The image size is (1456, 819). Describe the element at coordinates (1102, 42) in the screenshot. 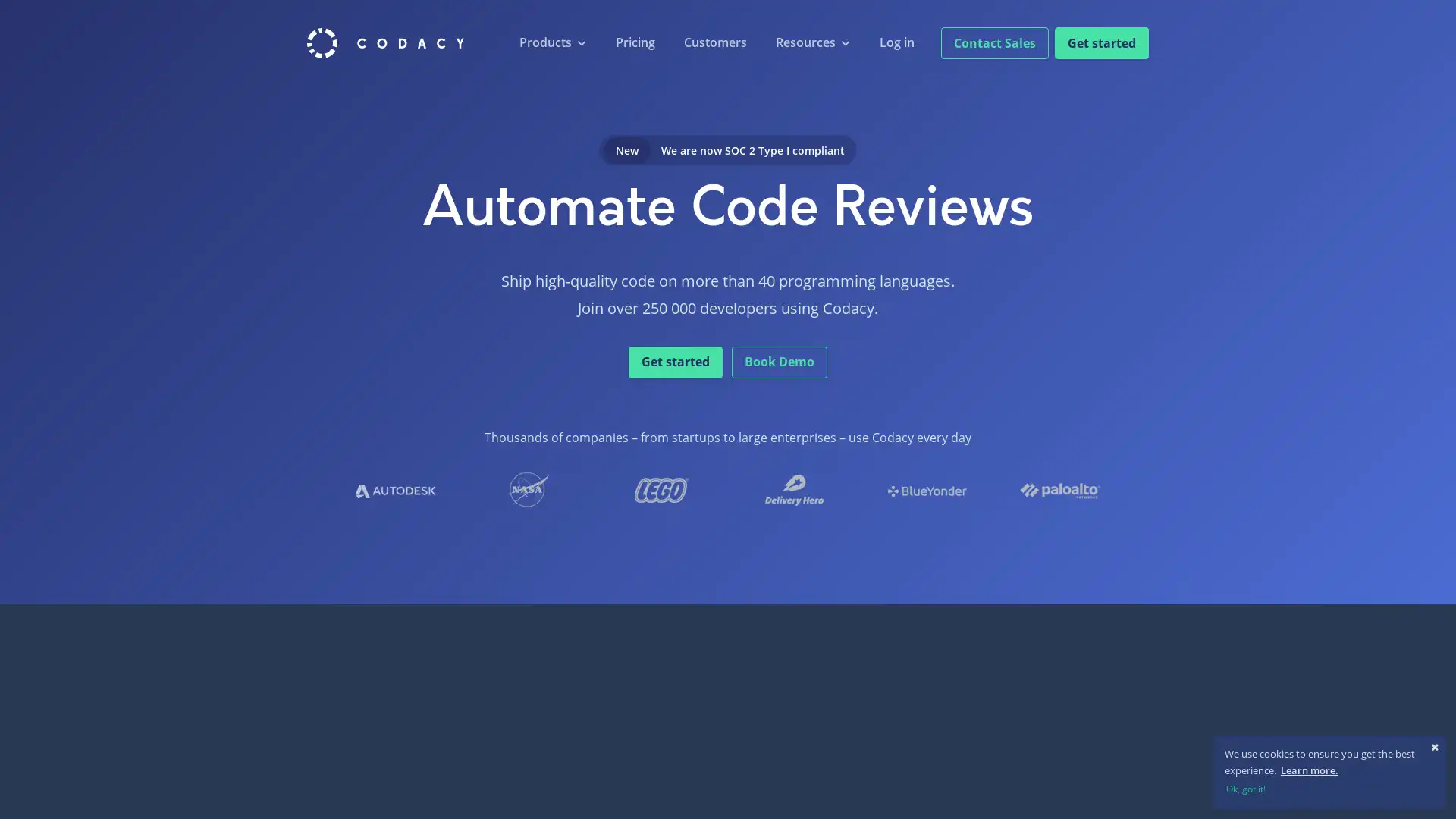

I see `Get started` at that location.